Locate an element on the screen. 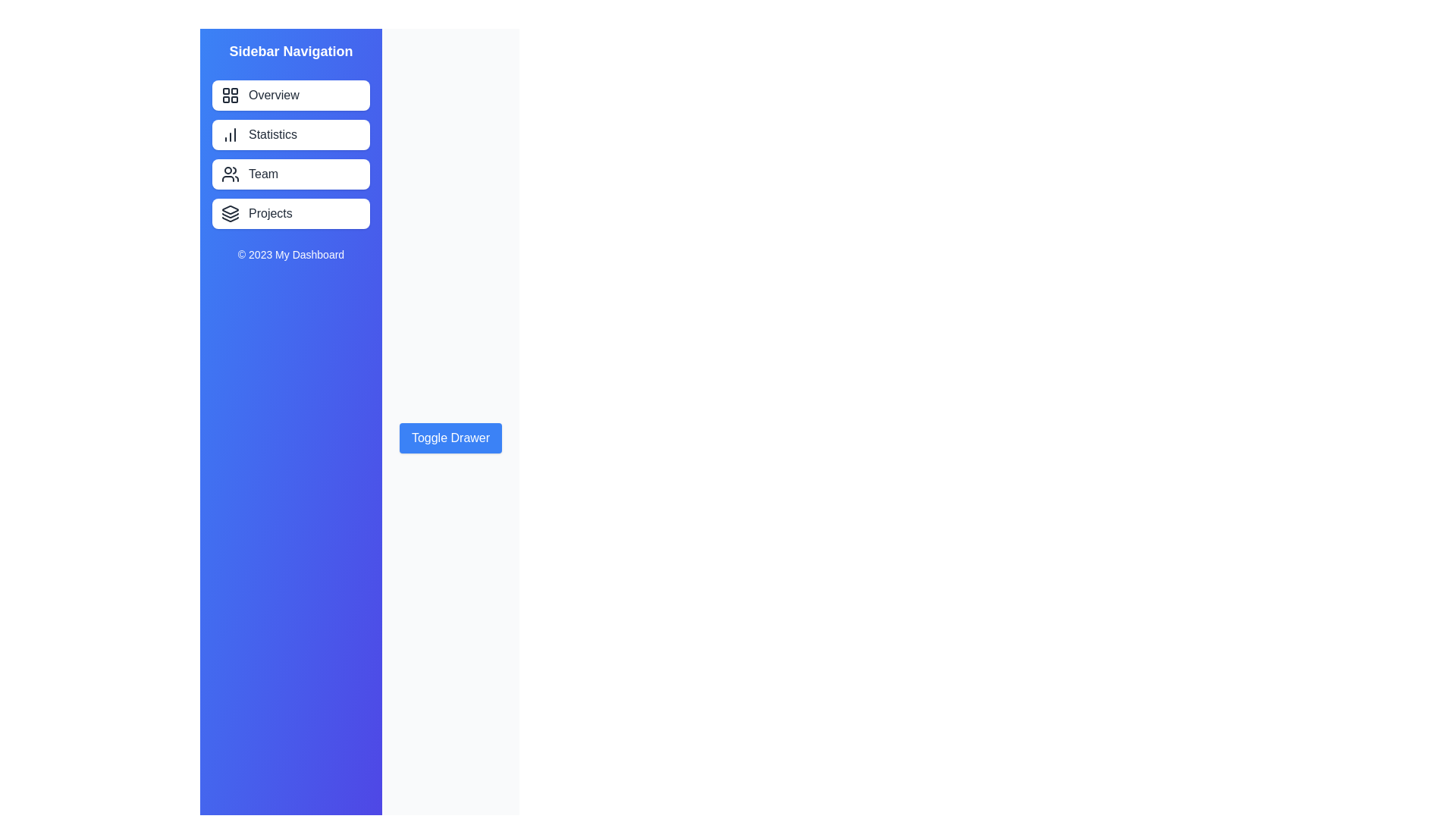 This screenshot has width=1456, height=819. the sidebar menu item labeled Projects is located at coordinates (291, 213).